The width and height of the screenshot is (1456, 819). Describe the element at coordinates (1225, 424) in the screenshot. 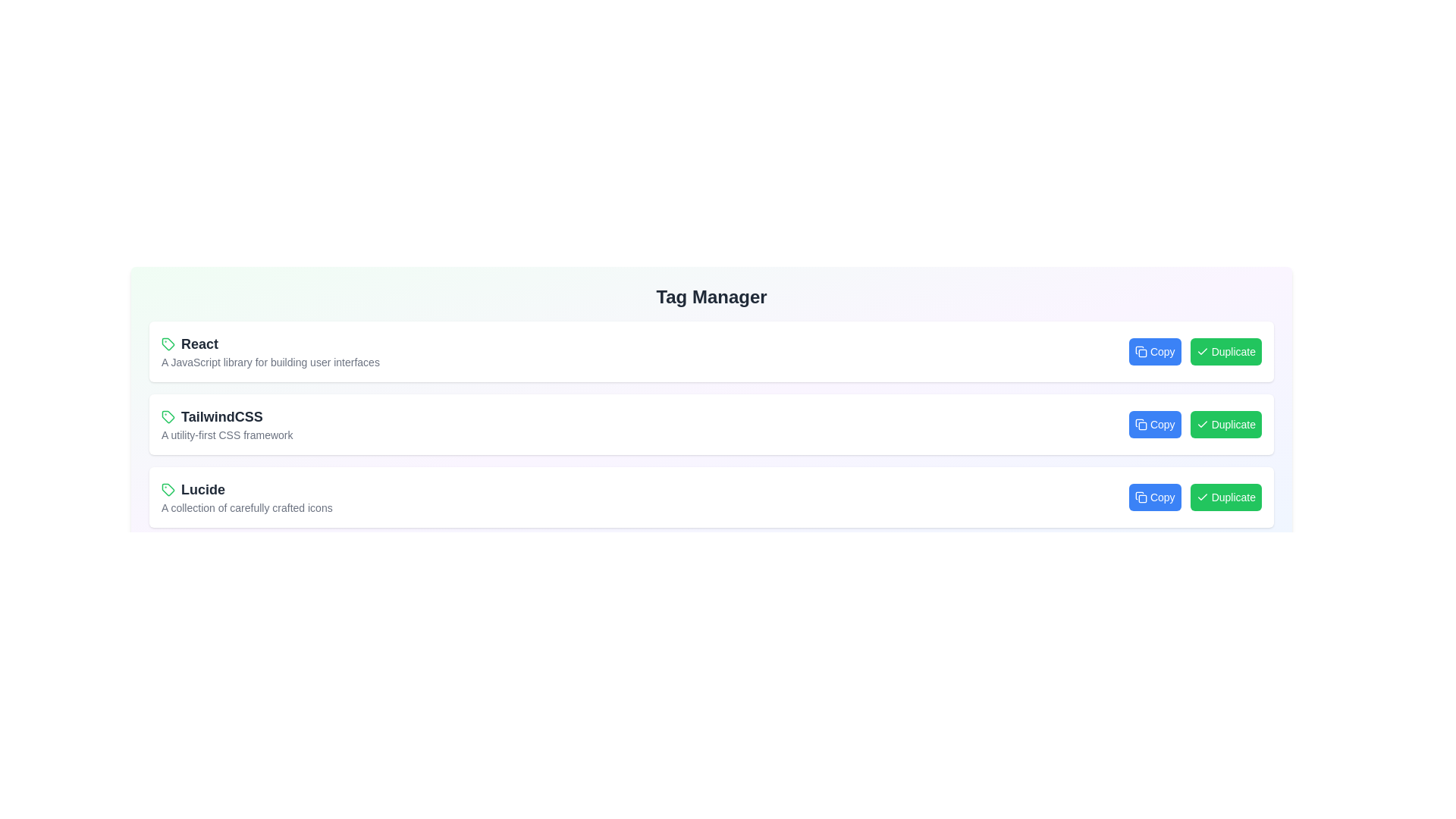

I see `'Duplicate' button for the tag labeled TailwindCSS` at that location.